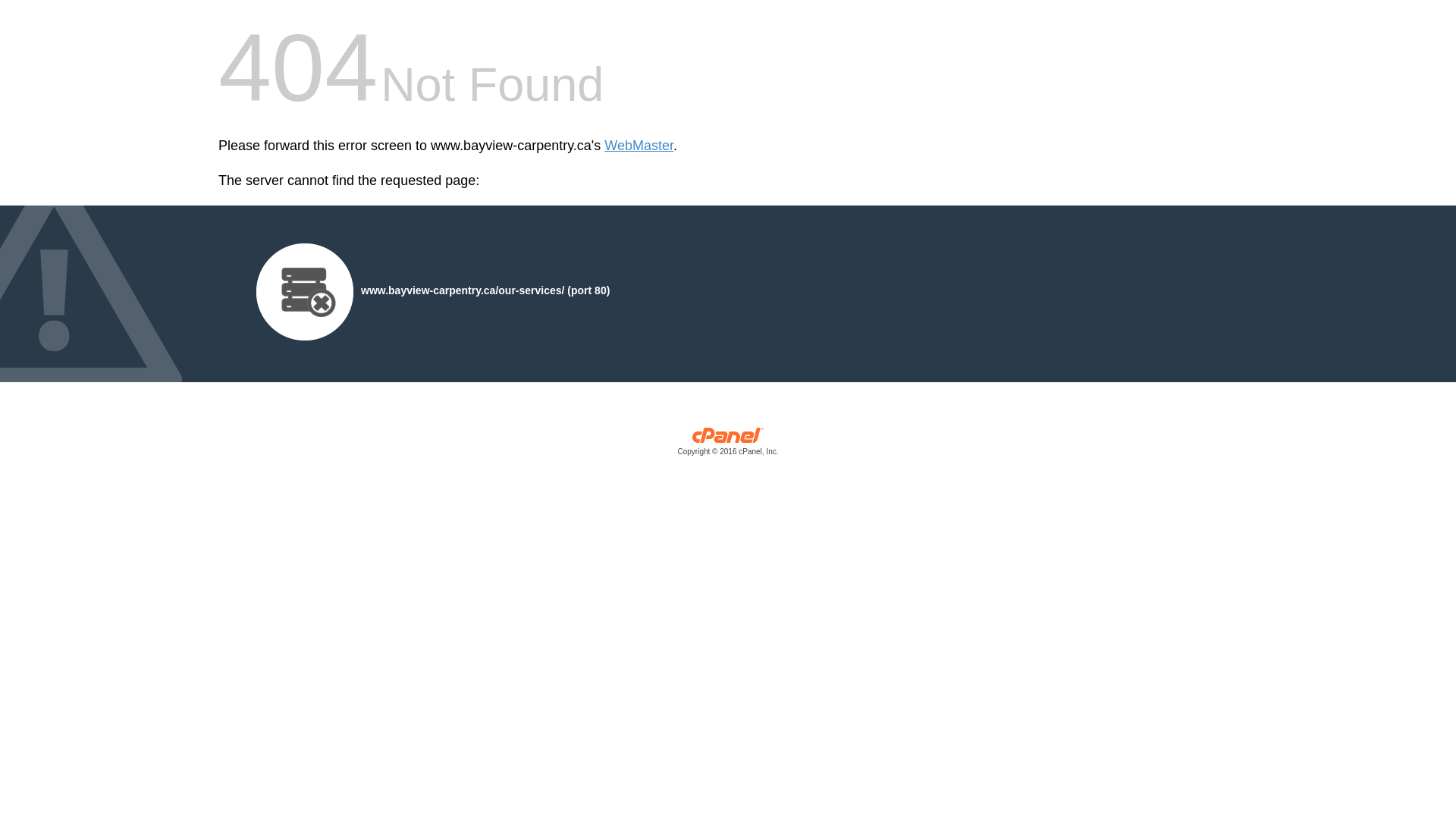  What do you see at coordinates (603, 146) in the screenshot?
I see `'WebMaster'` at bounding box center [603, 146].